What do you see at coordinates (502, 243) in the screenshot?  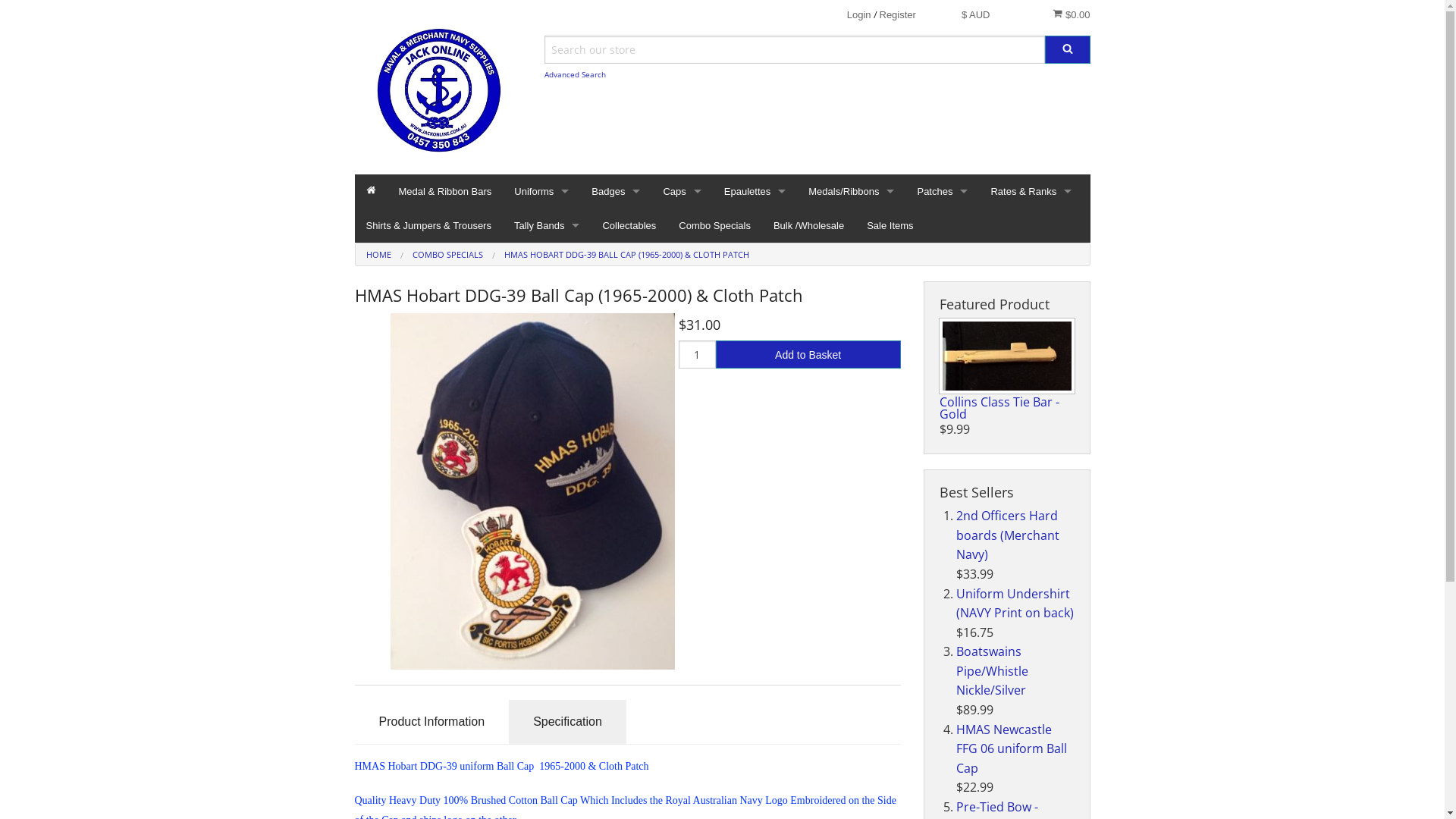 I see `'Socks'` at bounding box center [502, 243].